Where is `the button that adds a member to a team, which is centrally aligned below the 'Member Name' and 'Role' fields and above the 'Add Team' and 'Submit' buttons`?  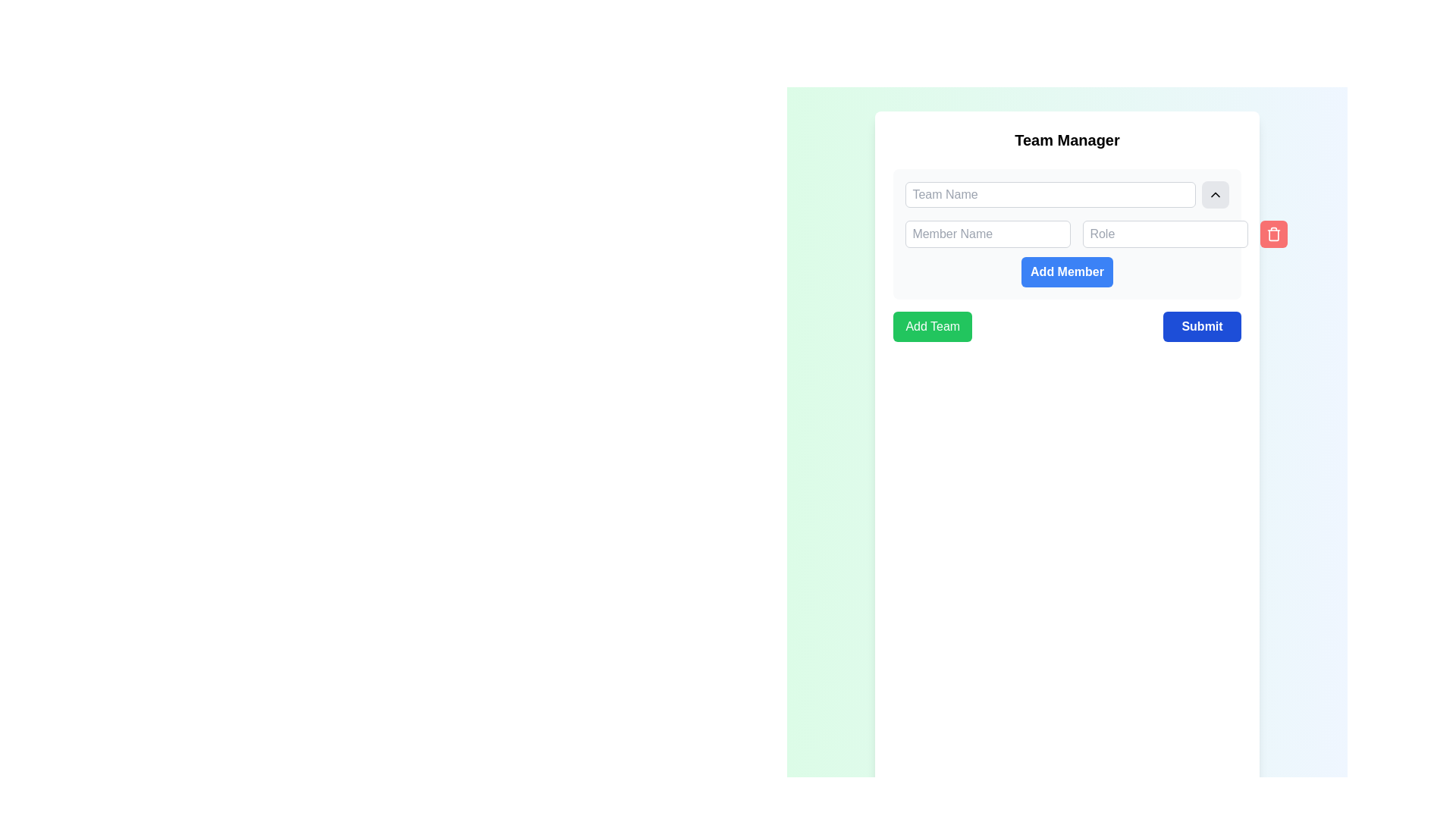
the button that adds a member to a team, which is centrally aligned below the 'Member Name' and 'Role' fields and above the 'Add Team' and 'Submit' buttons is located at coordinates (1066, 271).